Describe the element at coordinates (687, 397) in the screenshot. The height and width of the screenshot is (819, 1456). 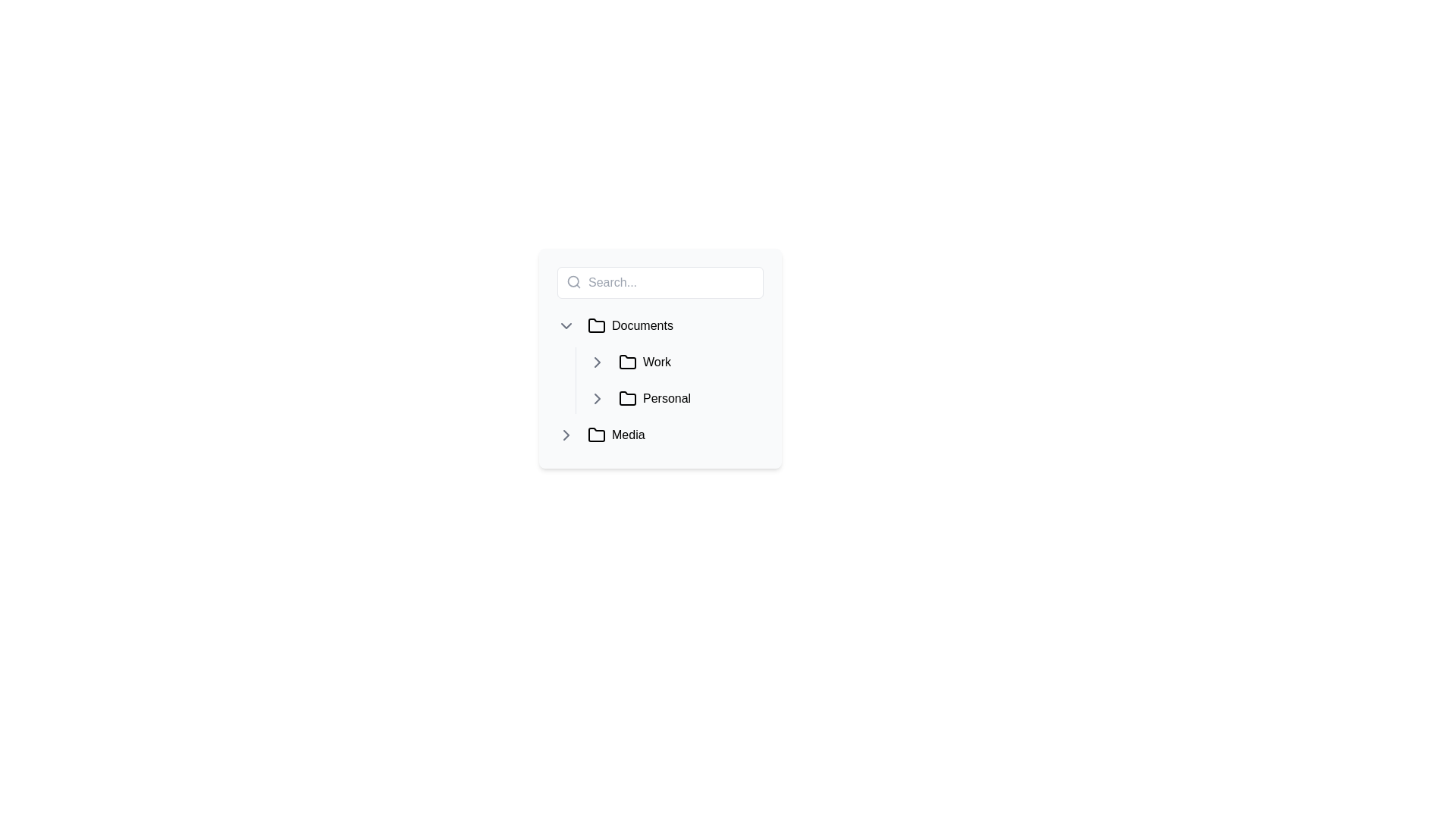
I see `the 'Personal' folder item in the navigational tree structure` at that location.